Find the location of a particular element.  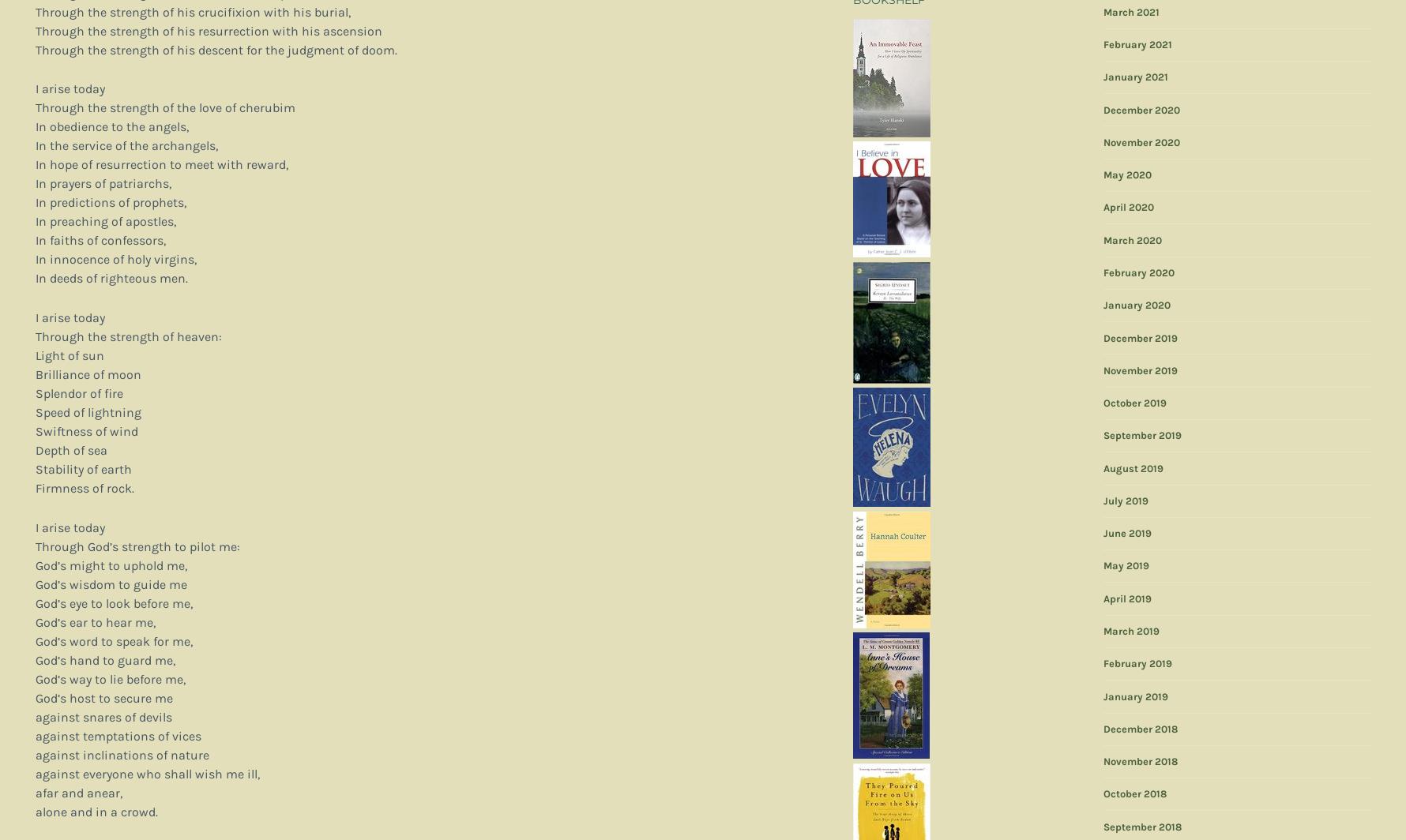

'June 2019' is located at coordinates (1103, 533).